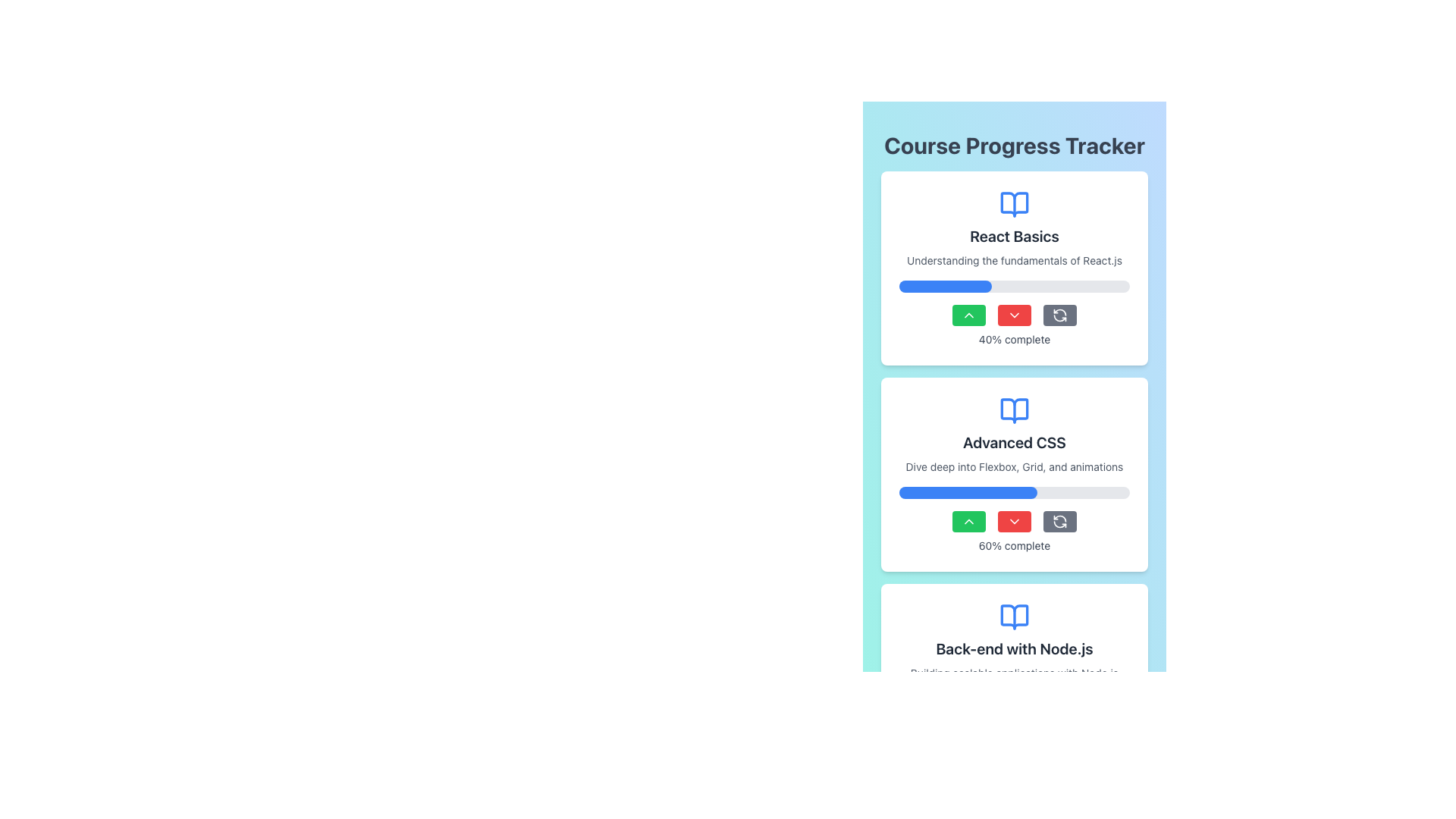 Image resolution: width=1456 pixels, height=819 pixels. What do you see at coordinates (1015, 672) in the screenshot?
I see `the text content element that provides additional descriptive information about the Node.js course, located below the title 'Back-end with Node.js' and above the course completion progress bar` at bounding box center [1015, 672].